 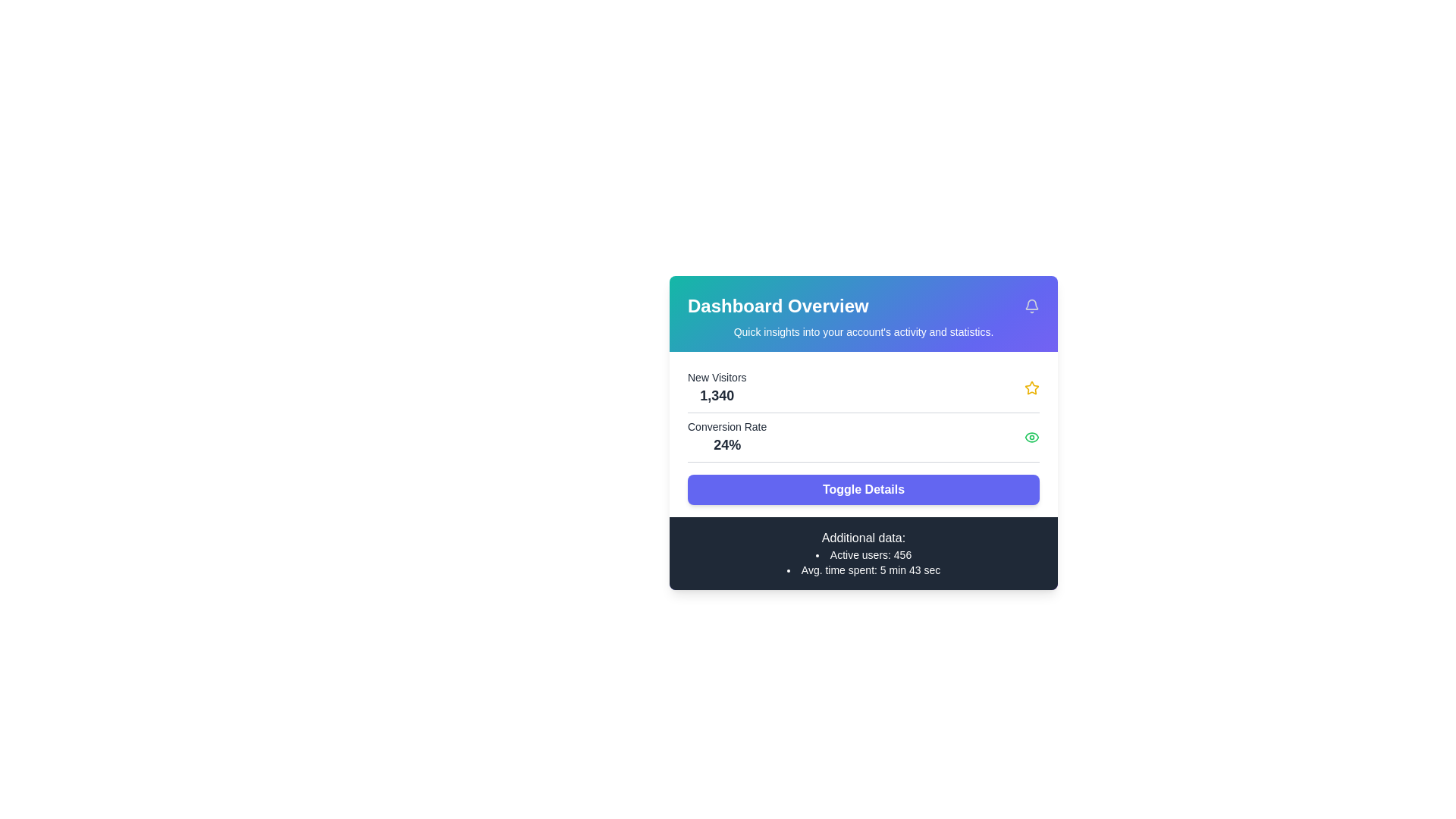 I want to click on the star-shaped icon with a yellow outline to favorite the item in the Dashboard Overview card, so click(x=1031, y=386).